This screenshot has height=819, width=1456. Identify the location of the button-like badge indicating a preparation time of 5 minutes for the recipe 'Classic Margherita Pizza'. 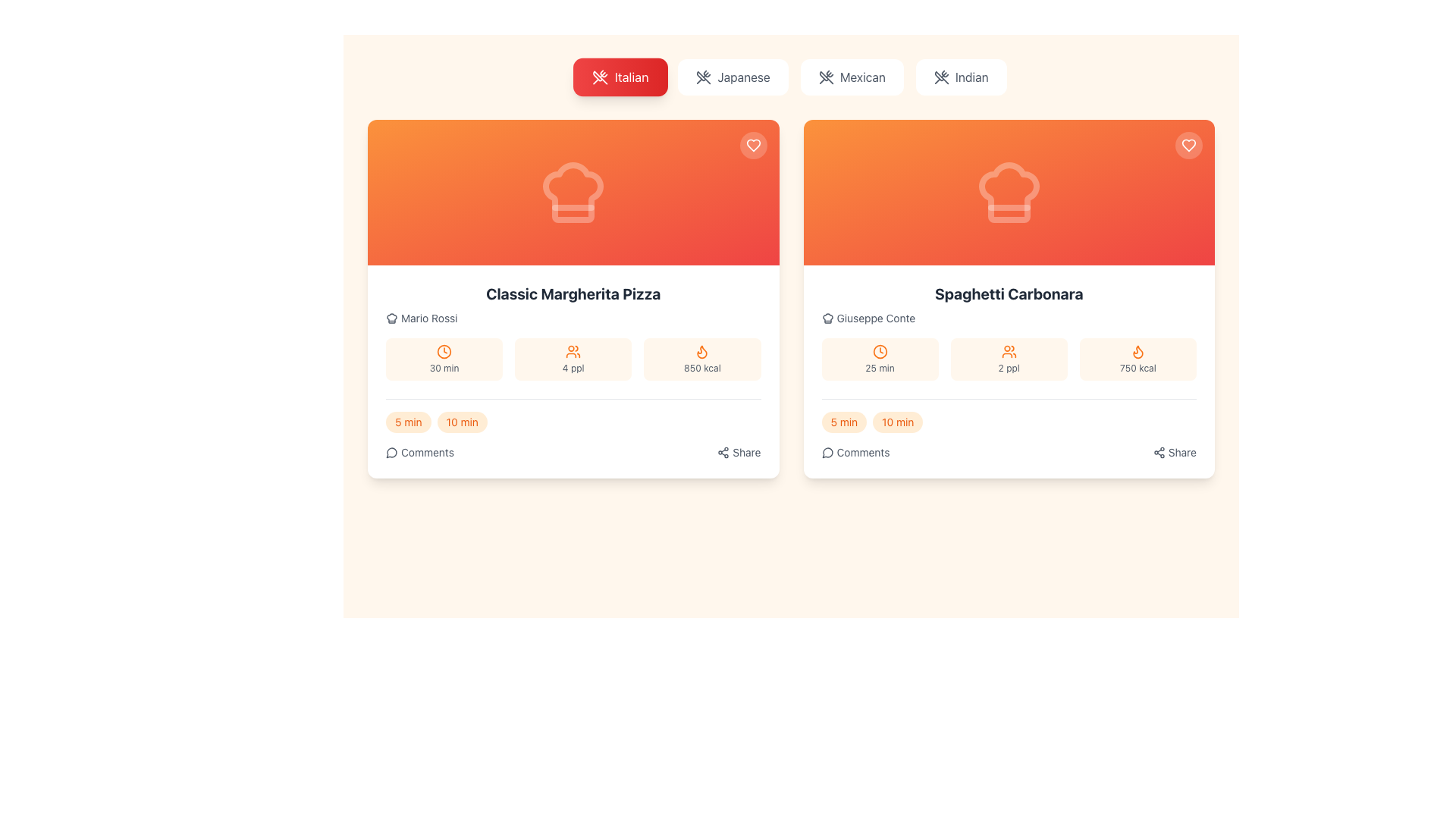
(408, 422).